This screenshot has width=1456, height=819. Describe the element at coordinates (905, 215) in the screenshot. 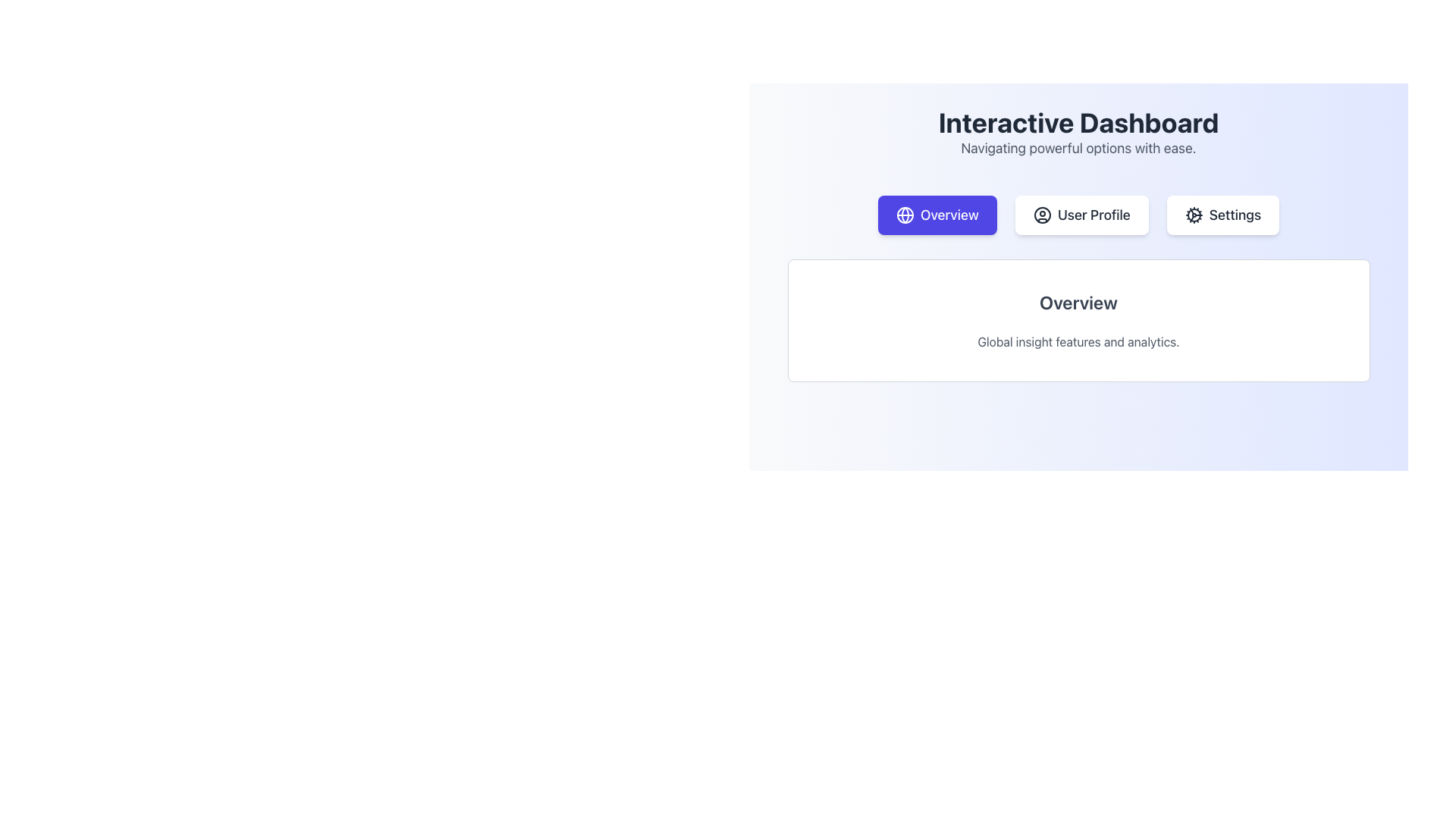

I see `the globe icon styled as an SVG, which is located to the left of the 'Overview' text in the navigation bar` at that location.